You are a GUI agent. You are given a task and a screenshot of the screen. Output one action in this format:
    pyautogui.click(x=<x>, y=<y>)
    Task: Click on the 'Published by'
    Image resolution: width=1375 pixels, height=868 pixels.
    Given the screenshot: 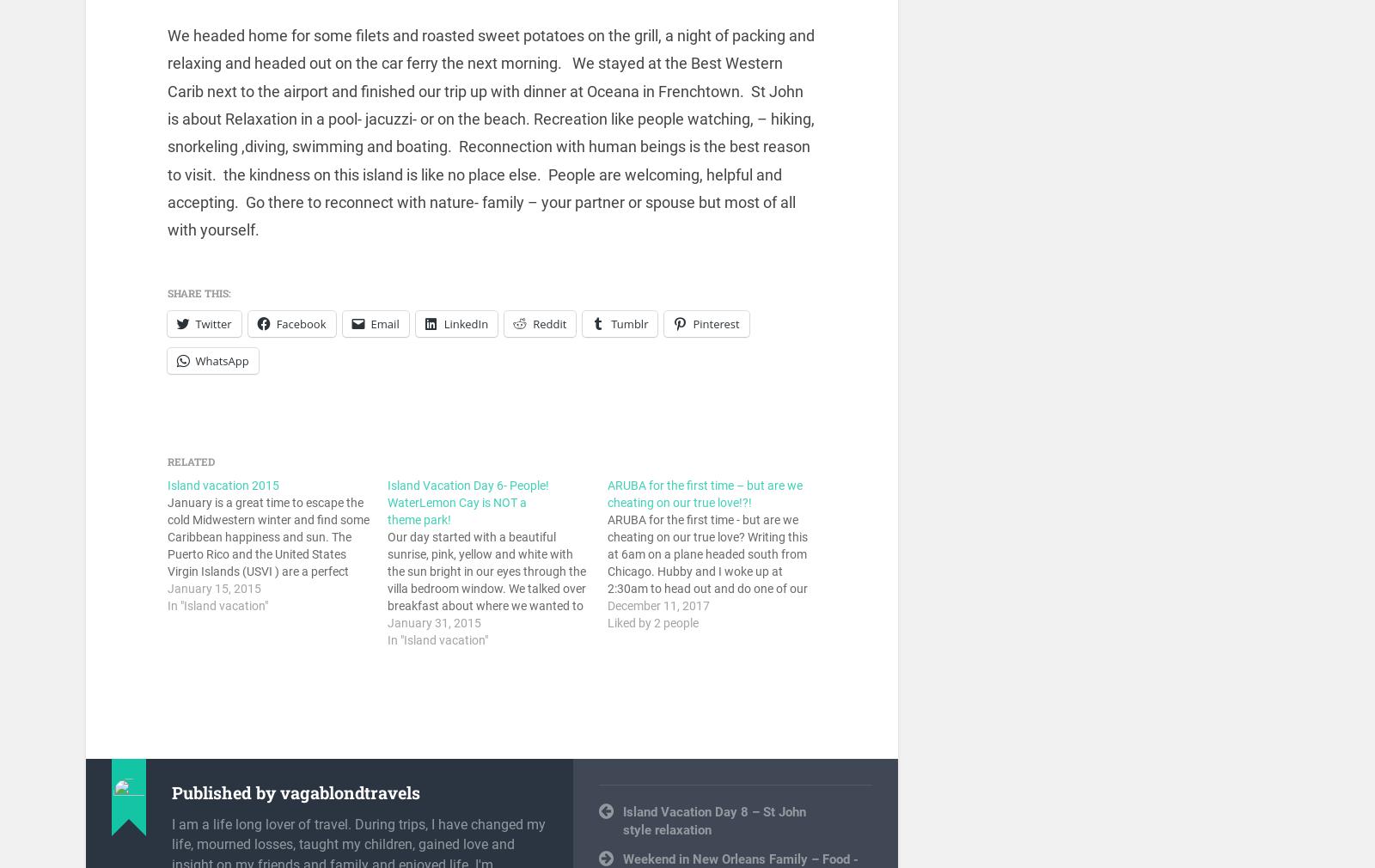 What is the action you would take?
    pyautogui.click(x=226, y=792)
    